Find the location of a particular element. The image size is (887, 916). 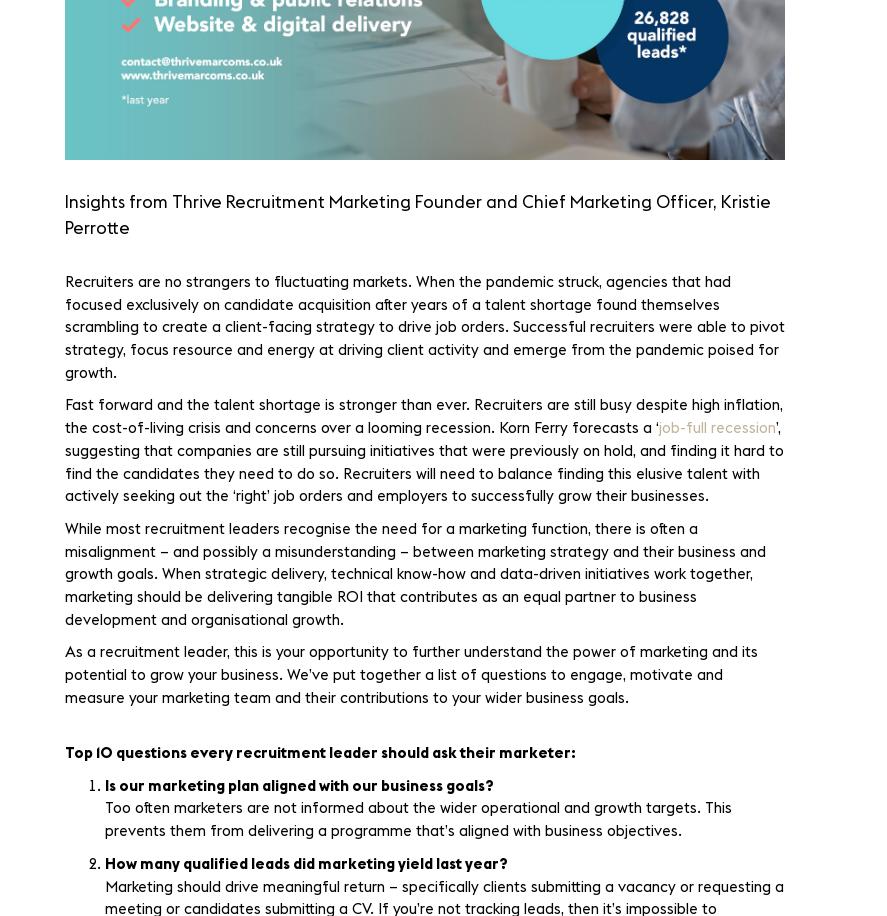

'Recruiters are no strangers to fluctuating markets. When the pandemic struck, agencies that had focused exclusively on candidate acquisition after years of a talent shortage found themselves scrambling to create a client-facing strategy to drive job orders. Successful recruiters were able to pivot strategy, focus resource and energy at driving client activity and emerge from the pandemic poised for growth.' is located at coordinates (424, 326).